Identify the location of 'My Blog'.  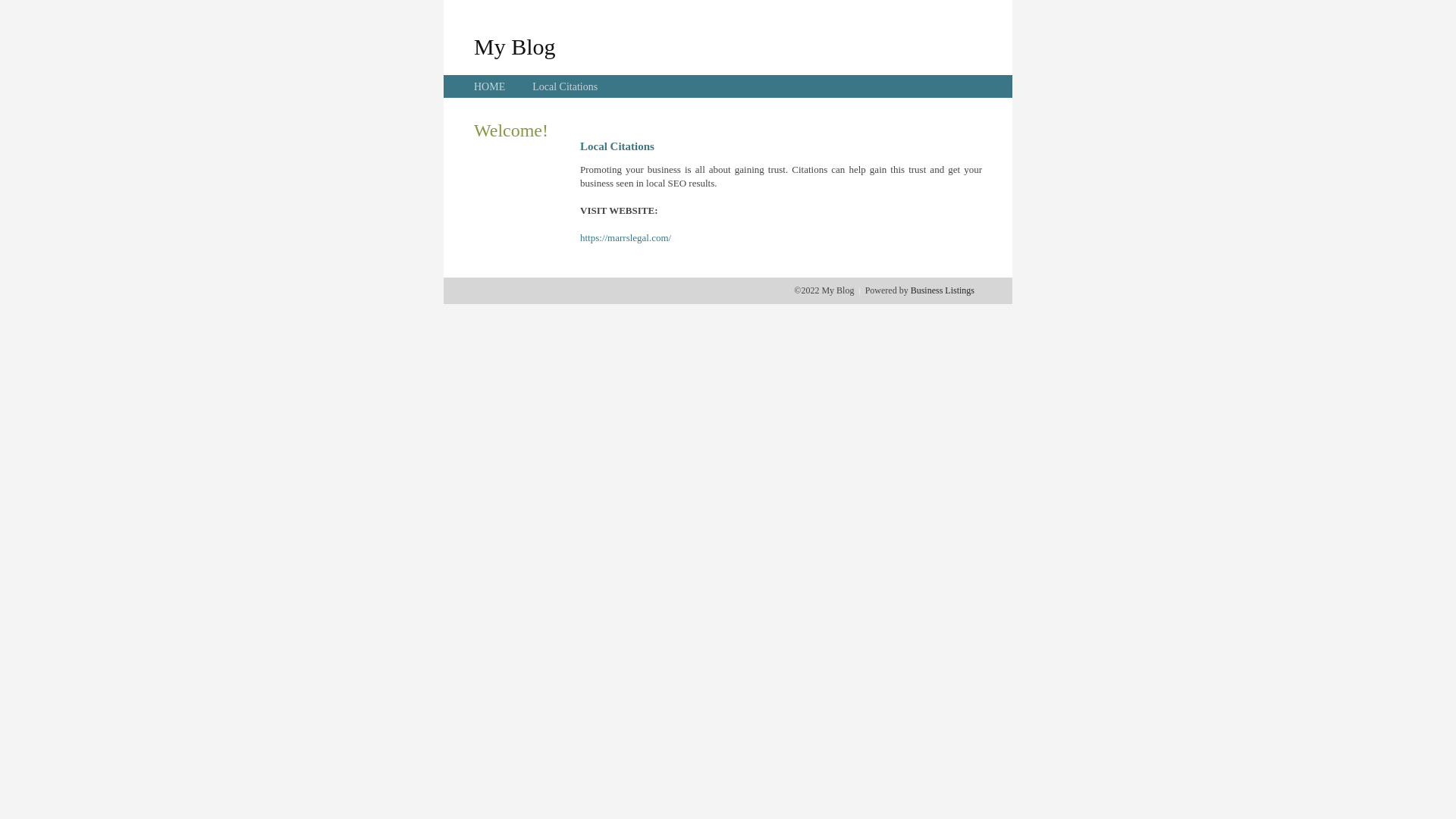
(514, 45).